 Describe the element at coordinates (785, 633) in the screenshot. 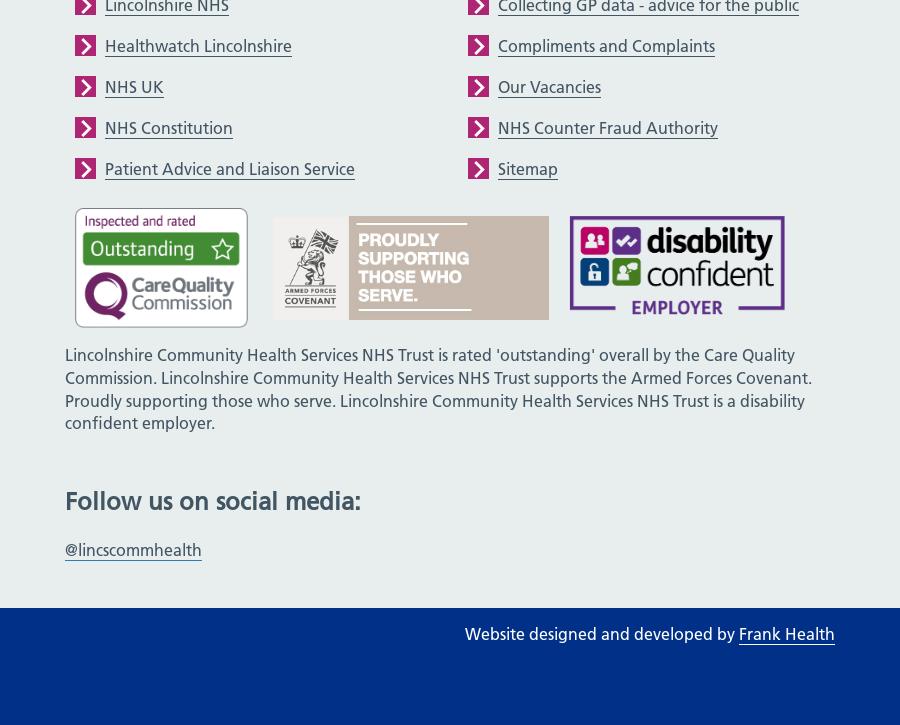

I see `'Frank Health'` at that location.